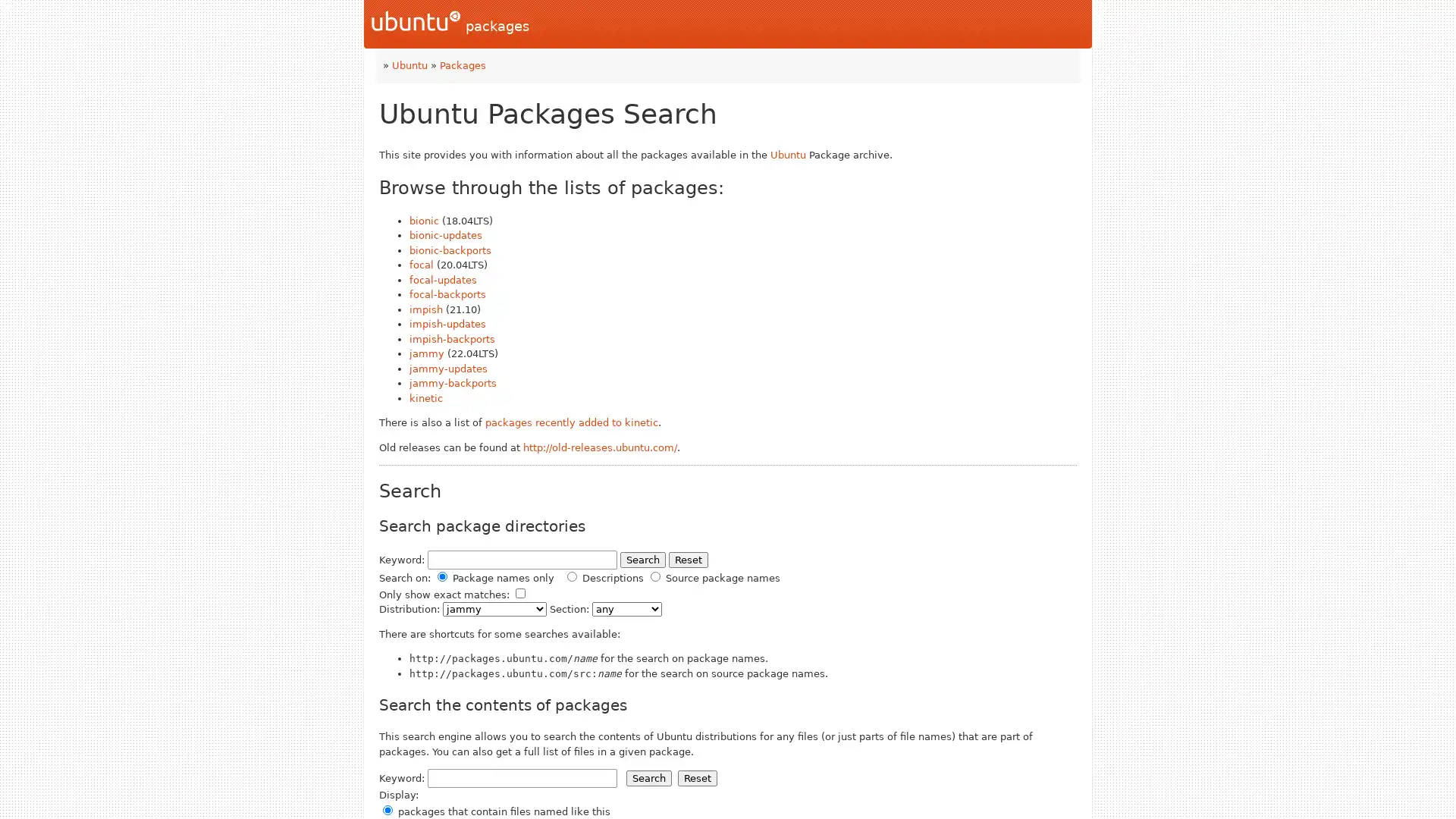 The width and height of the screenshot is (1456, 819). I want to click on Search, so click(648, 778).